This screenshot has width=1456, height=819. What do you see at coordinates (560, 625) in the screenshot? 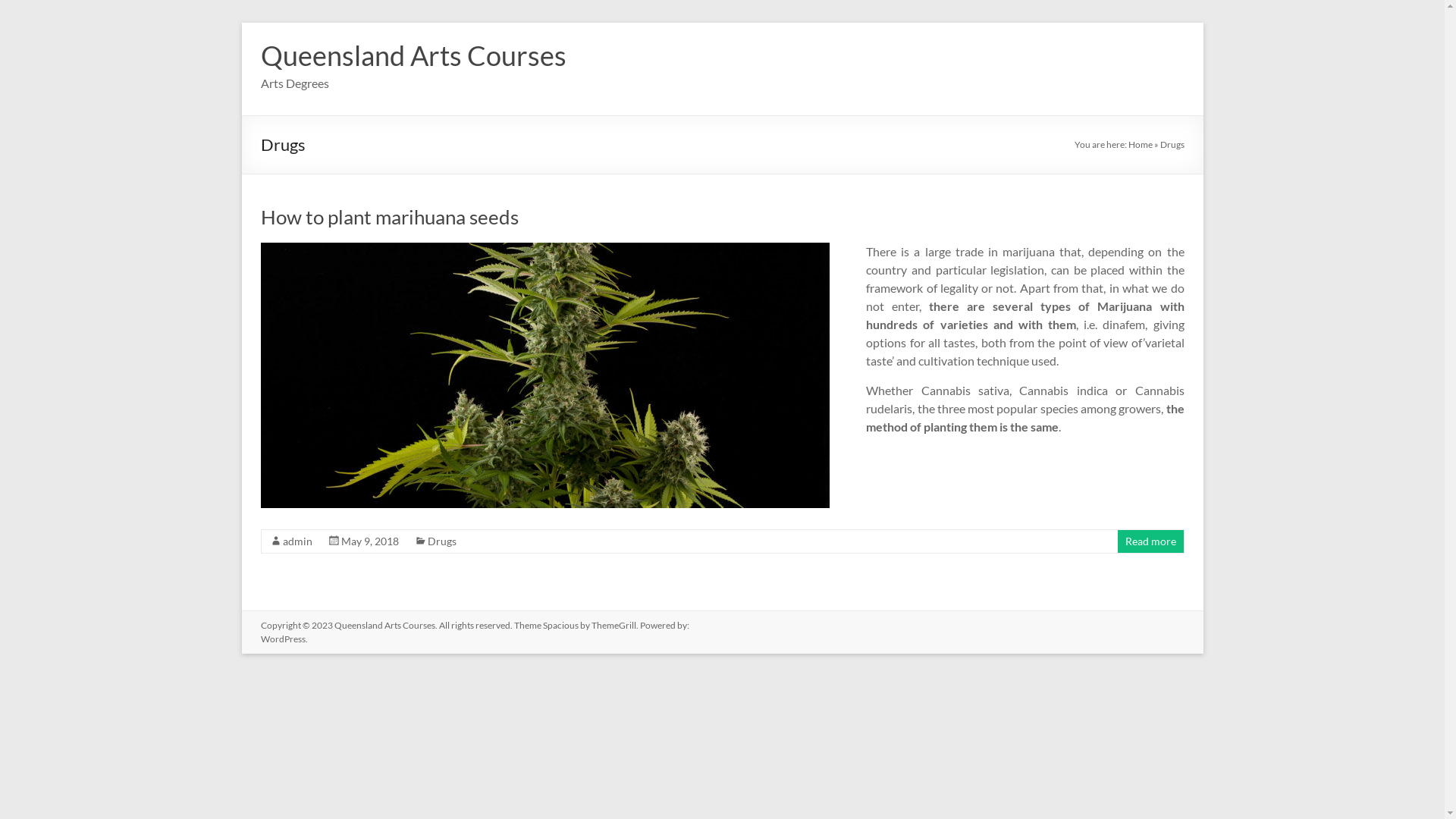
I see `'Spacious'` at bounding box center [560, 625].